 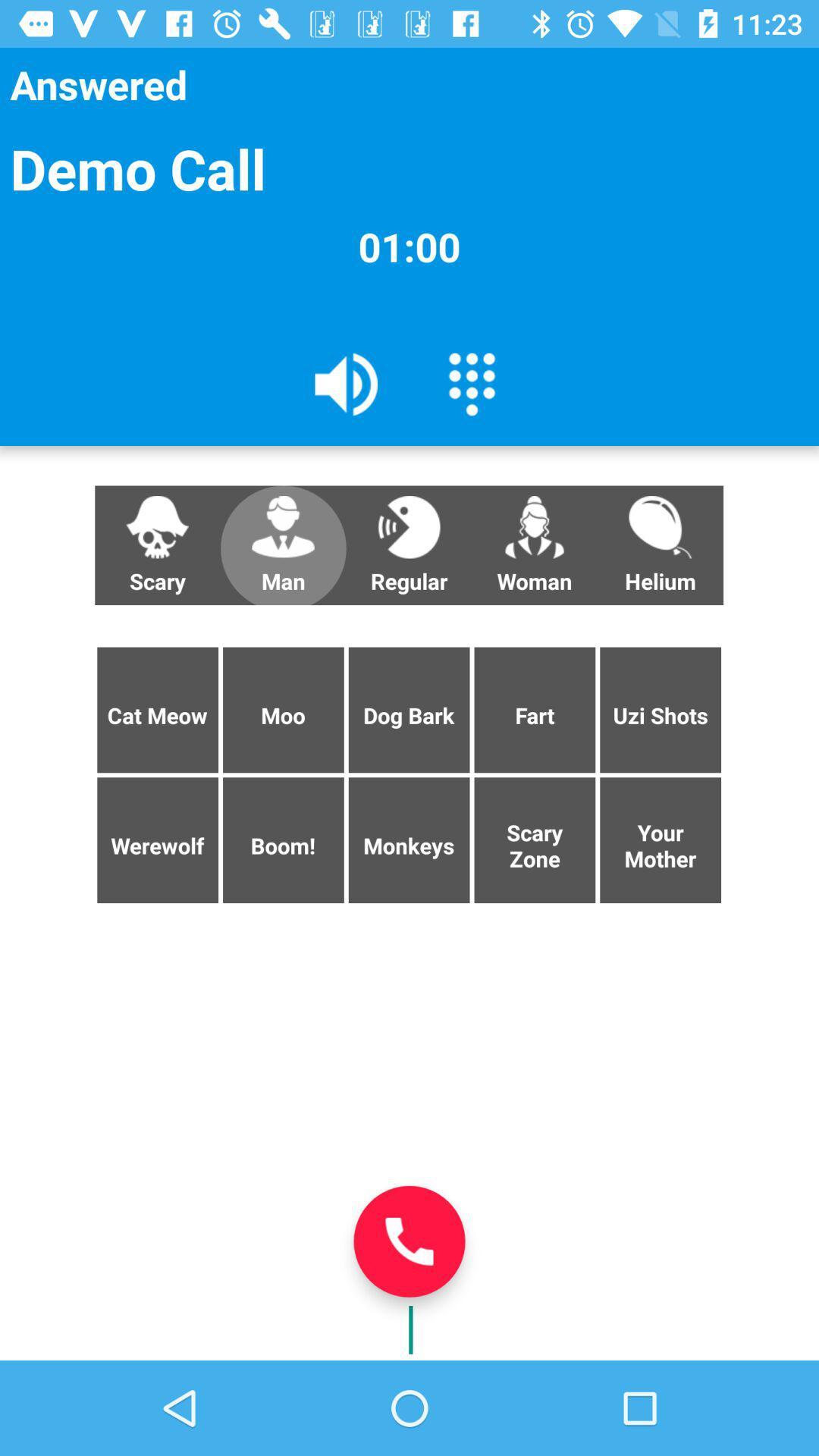 What do you see at coordinates (347, 383) in the screenshot?
I see `the item above man icon` at bounding box center [347, 383].